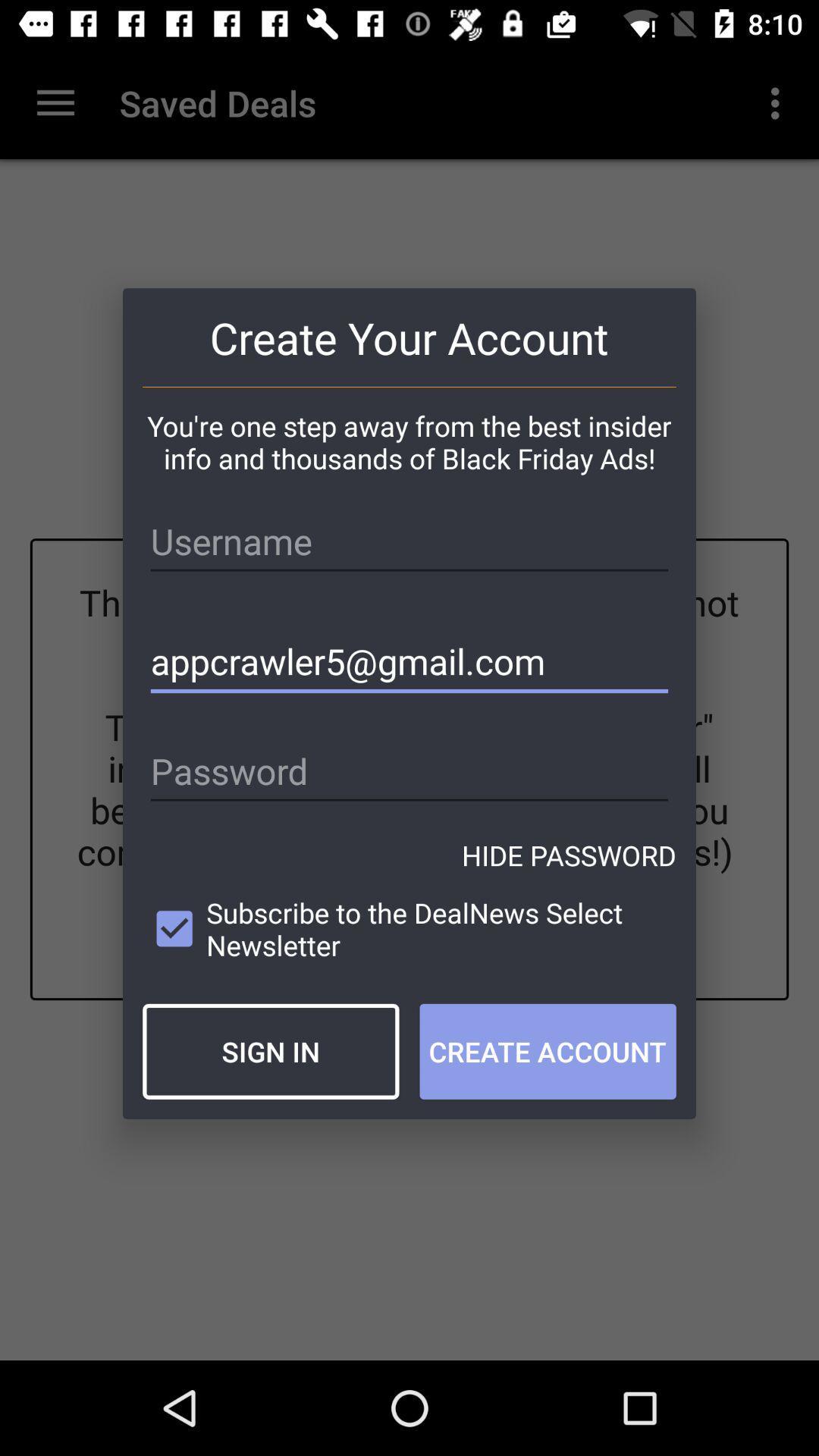 This screenshot has height=1456, width=819. I want to click on the icon above the appcrawler5@gmail.com icon, so click(409, 541).